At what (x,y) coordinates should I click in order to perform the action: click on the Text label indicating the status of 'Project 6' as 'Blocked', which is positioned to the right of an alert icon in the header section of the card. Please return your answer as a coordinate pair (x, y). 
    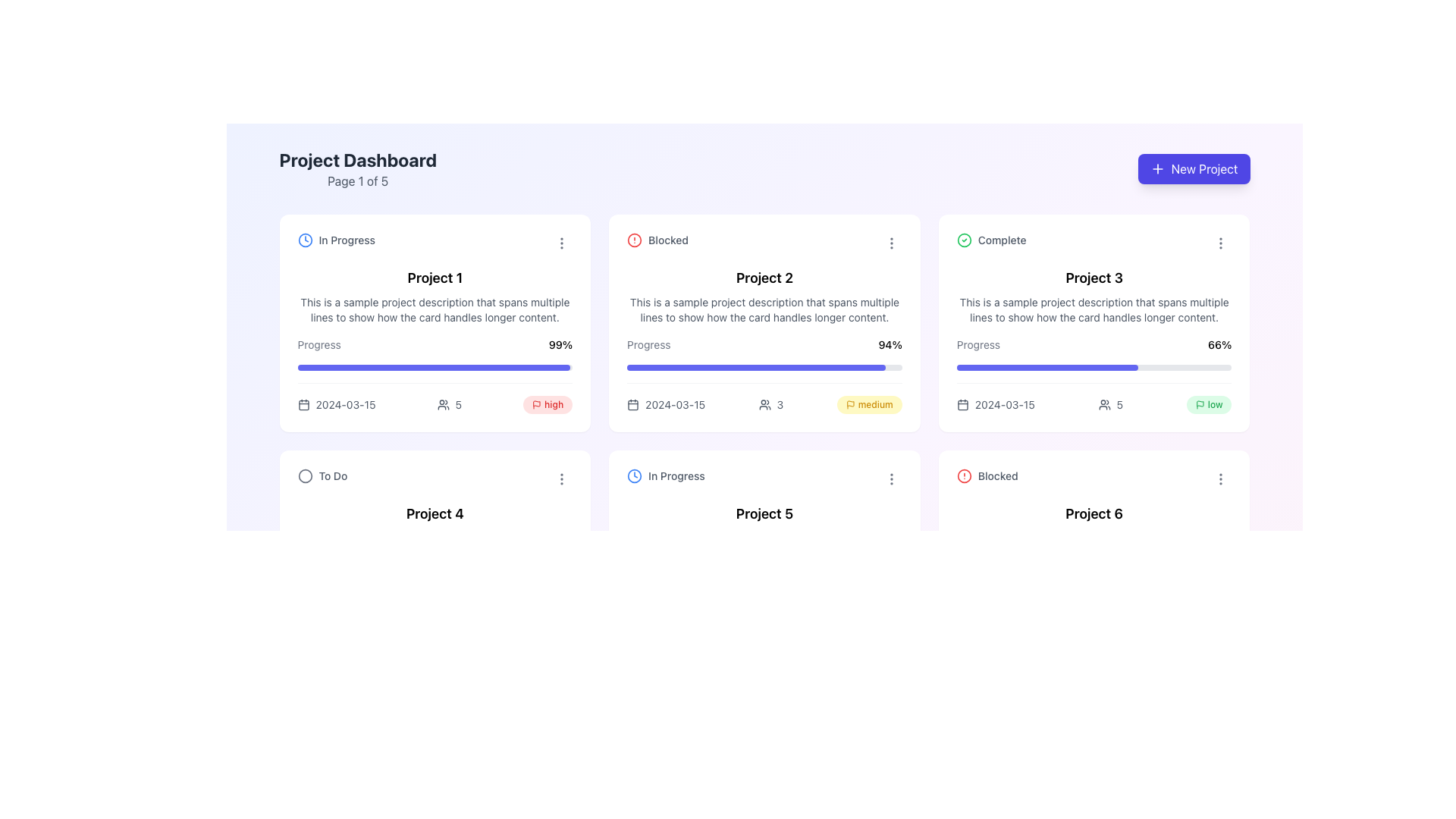
    Looking at the image, I should click on (998, 475).